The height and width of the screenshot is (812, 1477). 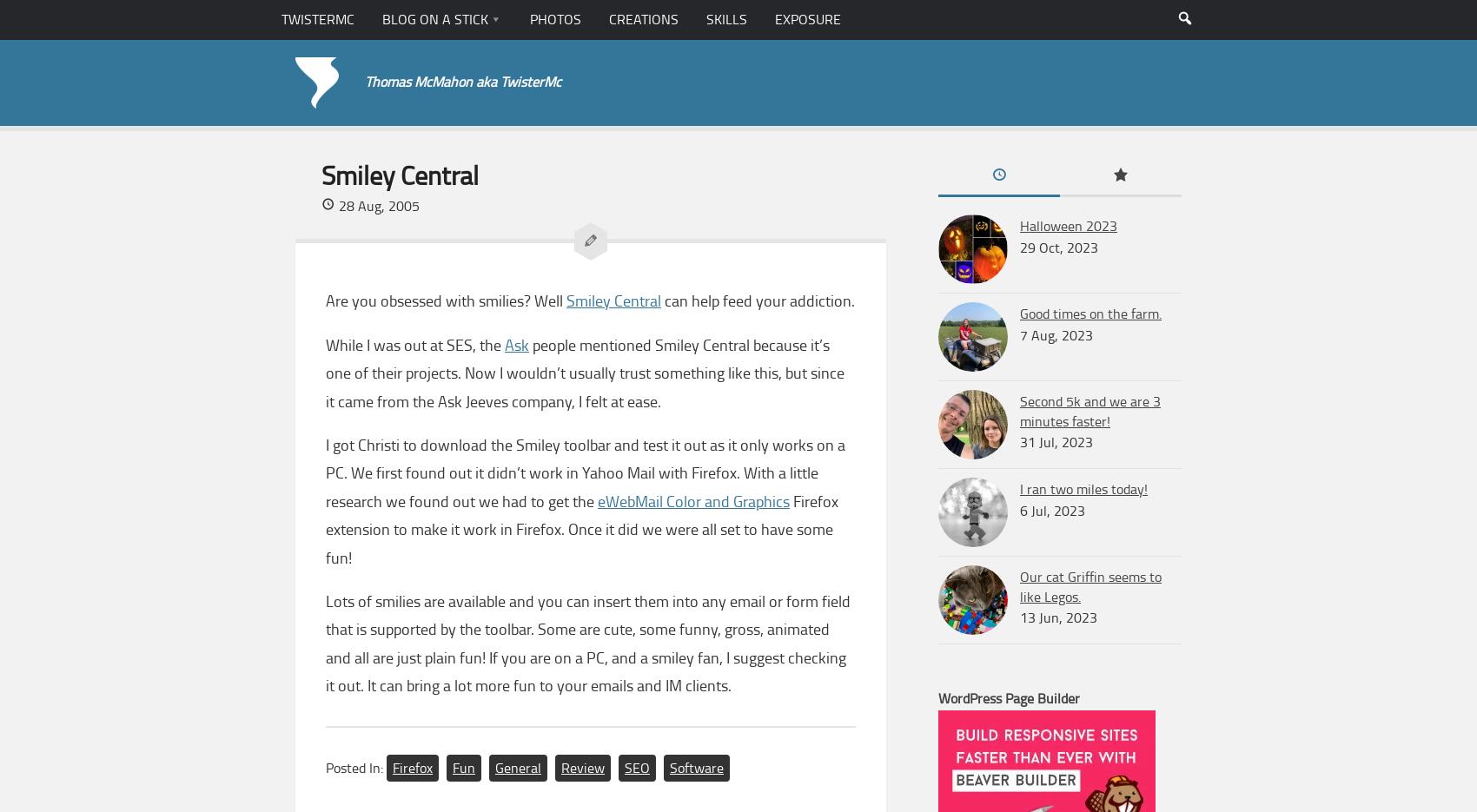 What do you see at coordinates (1056, 334) in the screenshot?
I see `'7 Aug, 2023'` at bounding box center [1056, 334].